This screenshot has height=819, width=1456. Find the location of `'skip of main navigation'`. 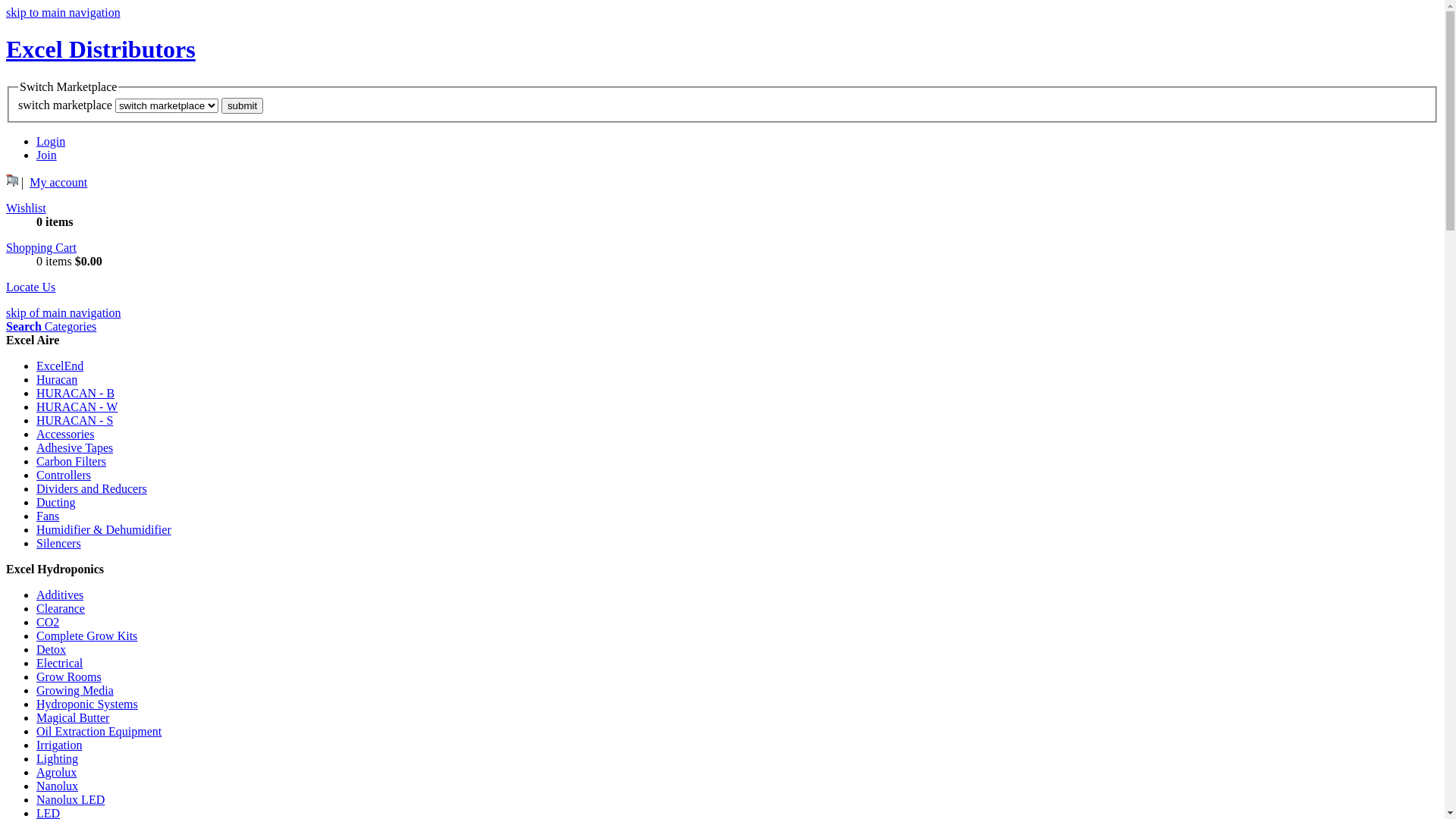

'skip of main navigation' is located at coordinates (62, 312).